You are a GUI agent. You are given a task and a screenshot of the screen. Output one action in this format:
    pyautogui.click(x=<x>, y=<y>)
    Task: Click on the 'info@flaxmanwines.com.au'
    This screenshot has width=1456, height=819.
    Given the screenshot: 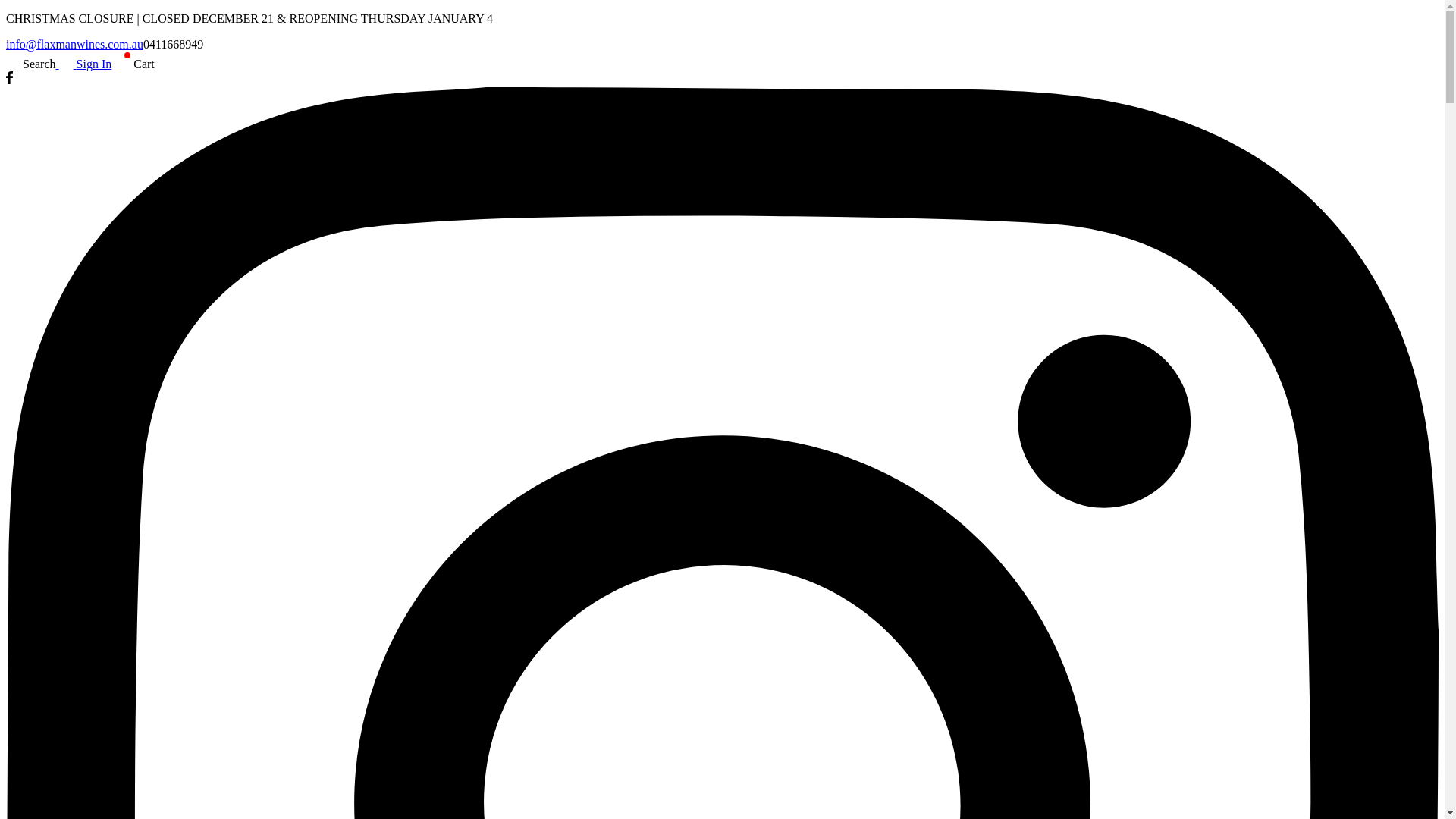 What is the action you would take?
    pyautogui.click(x=74, y=43)
    